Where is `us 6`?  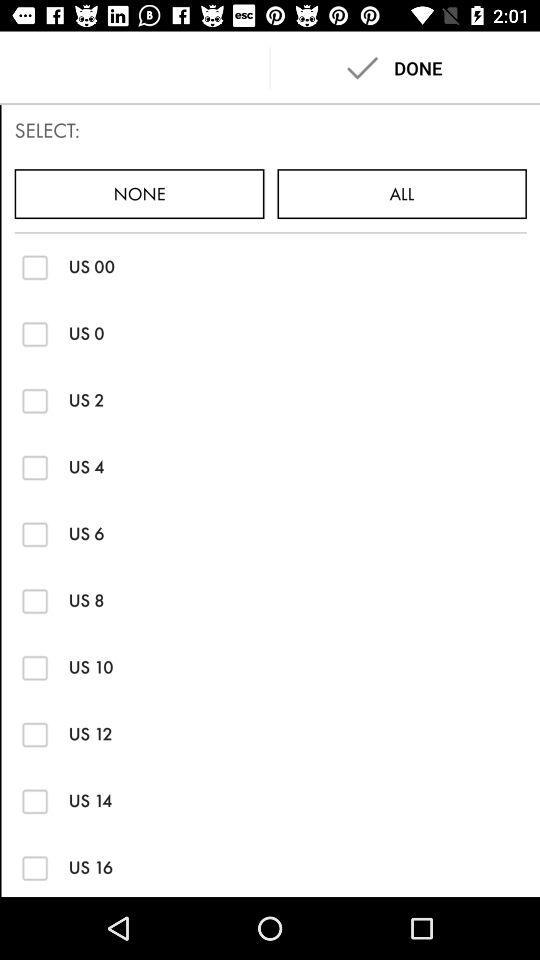
us 6 is located at coordinates (35, 533).